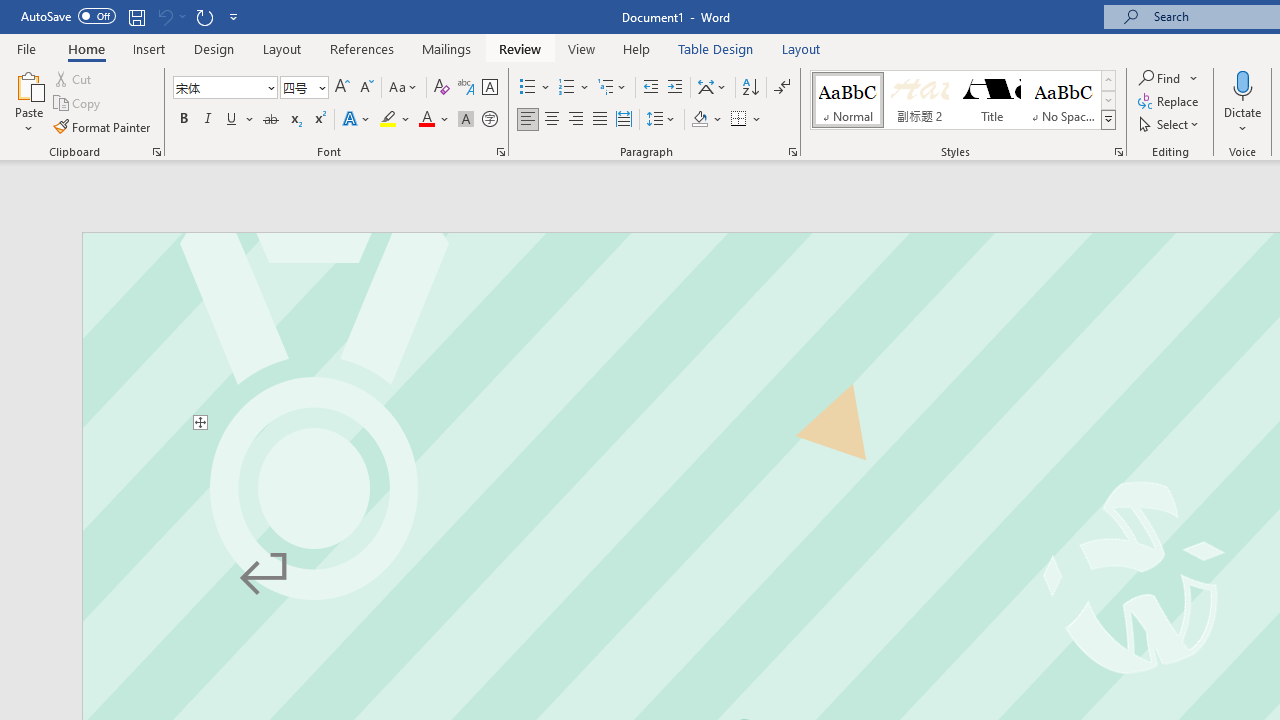 The image size is (1280, 720). I want to click on 'Multilevel List', so click(612, 86).